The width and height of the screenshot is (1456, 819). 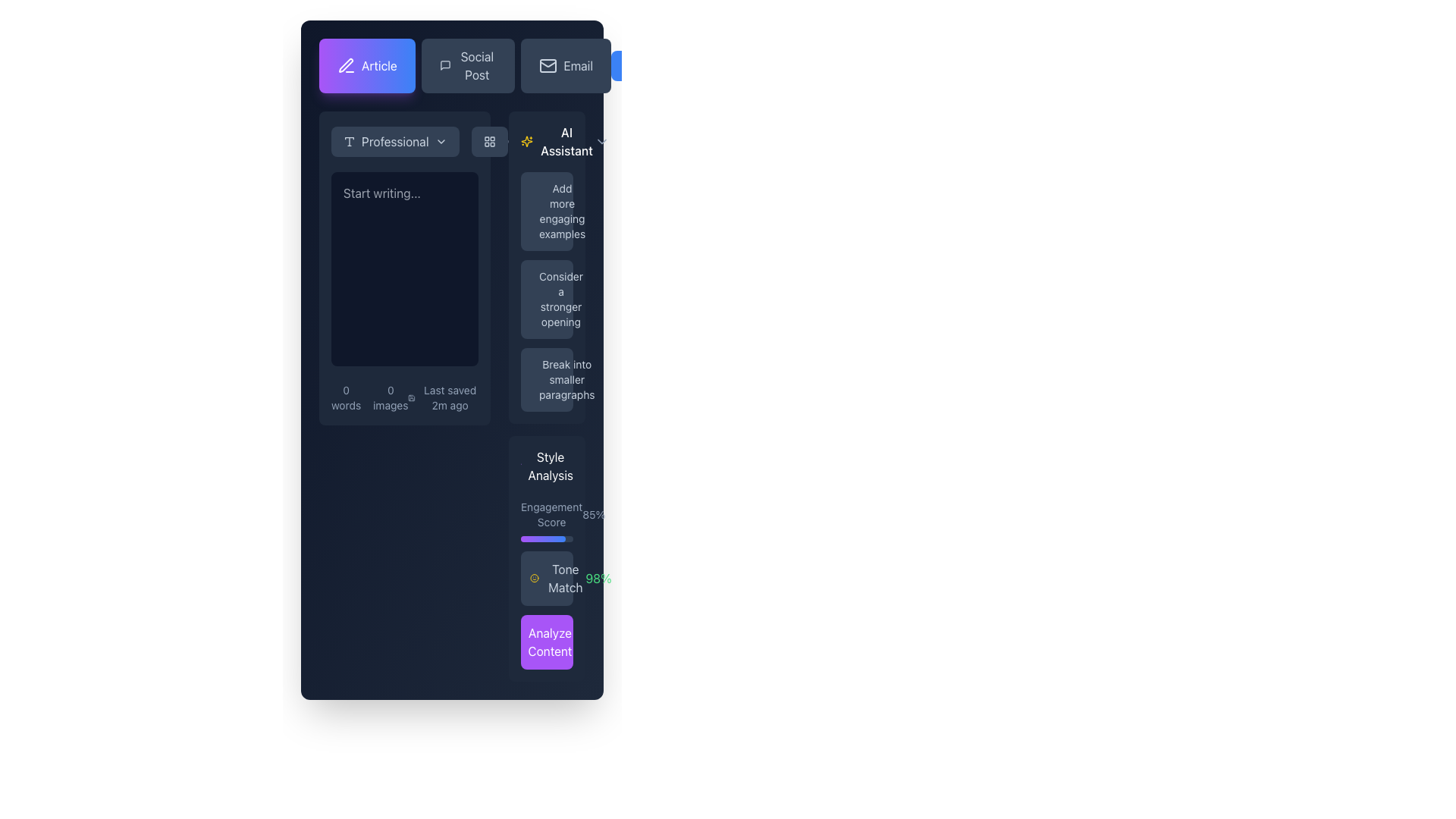 I want to click on the decorative UI component representing an envelope, which is positioned in the top navigation bar, between the 'Social Post' button and other navigation options, so click(x=548, y=65).